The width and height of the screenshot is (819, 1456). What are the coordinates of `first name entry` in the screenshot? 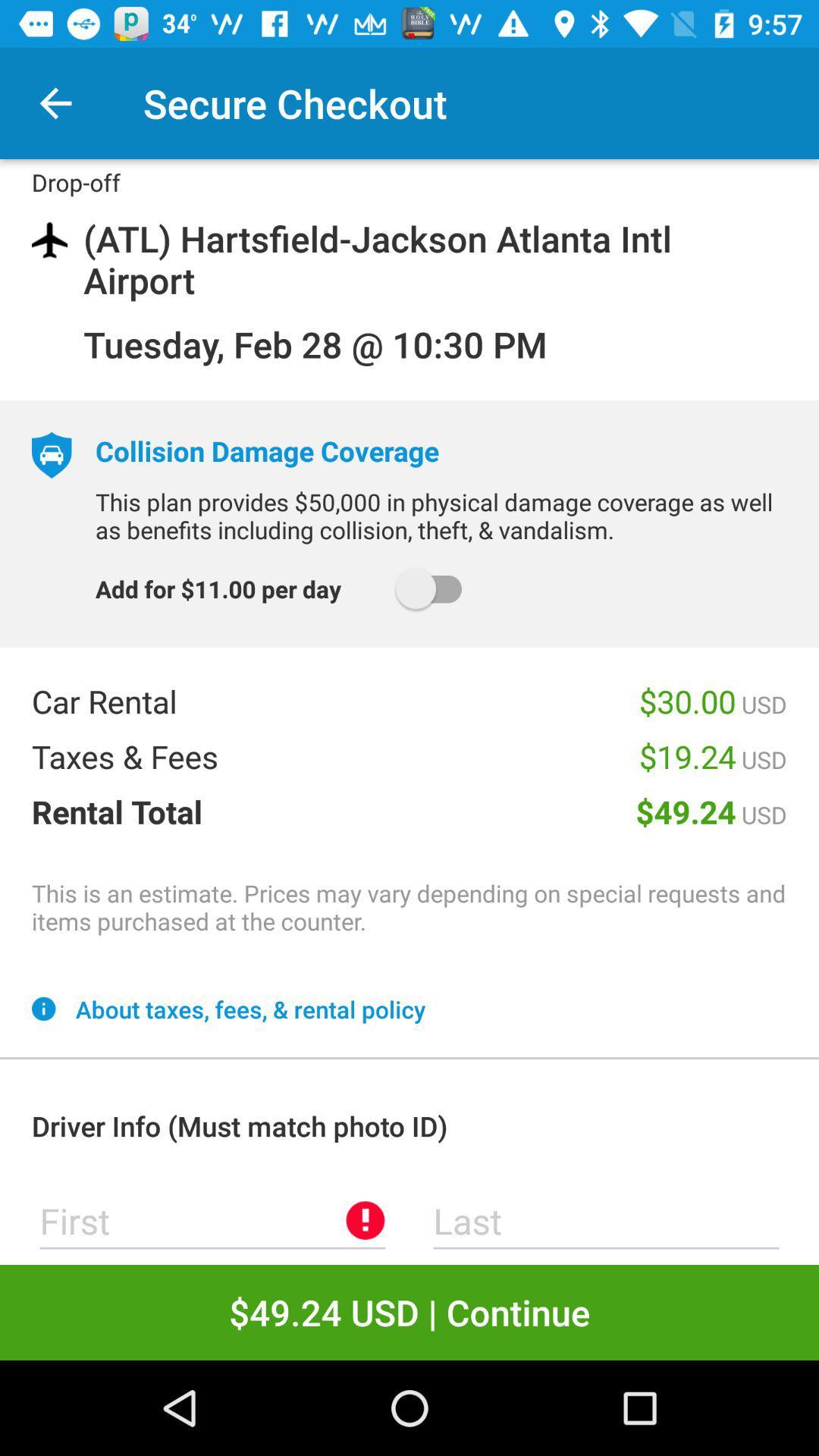 It's located at (212, 1220).